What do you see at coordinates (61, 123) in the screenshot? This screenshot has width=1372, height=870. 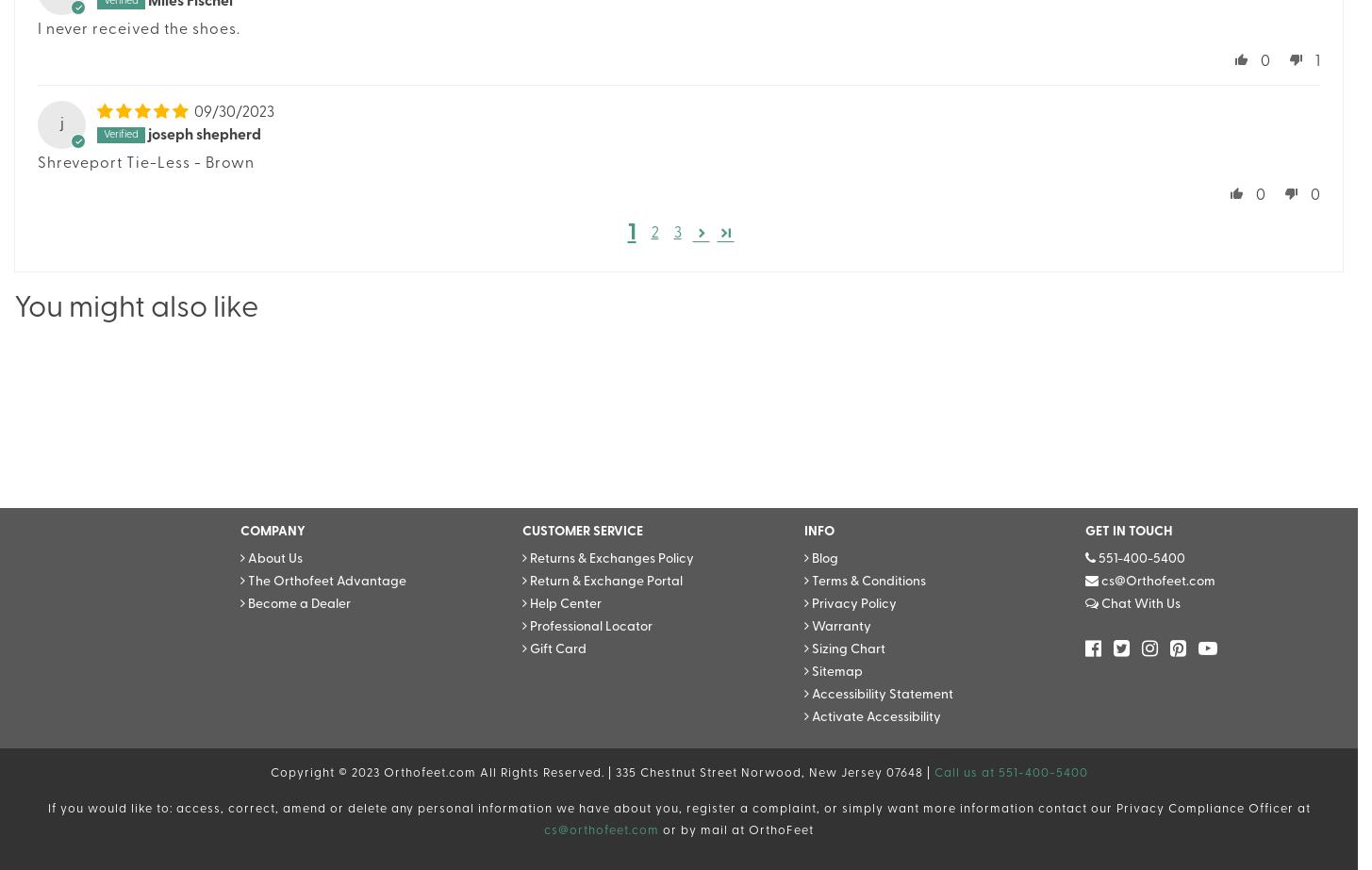 I see `'j'` at bounding box center [61, 123].